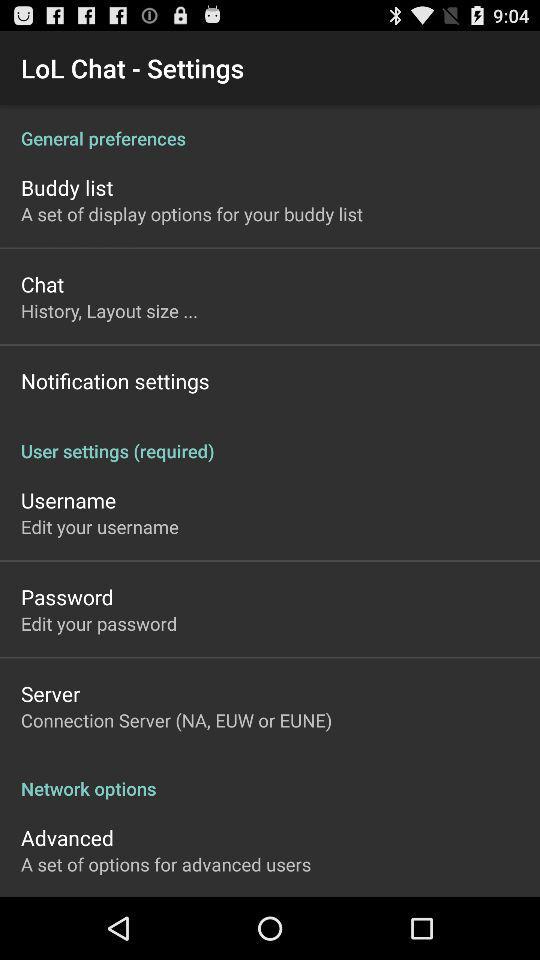  Describe the element at coordinates (109, 310) in the screenshot. I see `icon below chat app` at that location.